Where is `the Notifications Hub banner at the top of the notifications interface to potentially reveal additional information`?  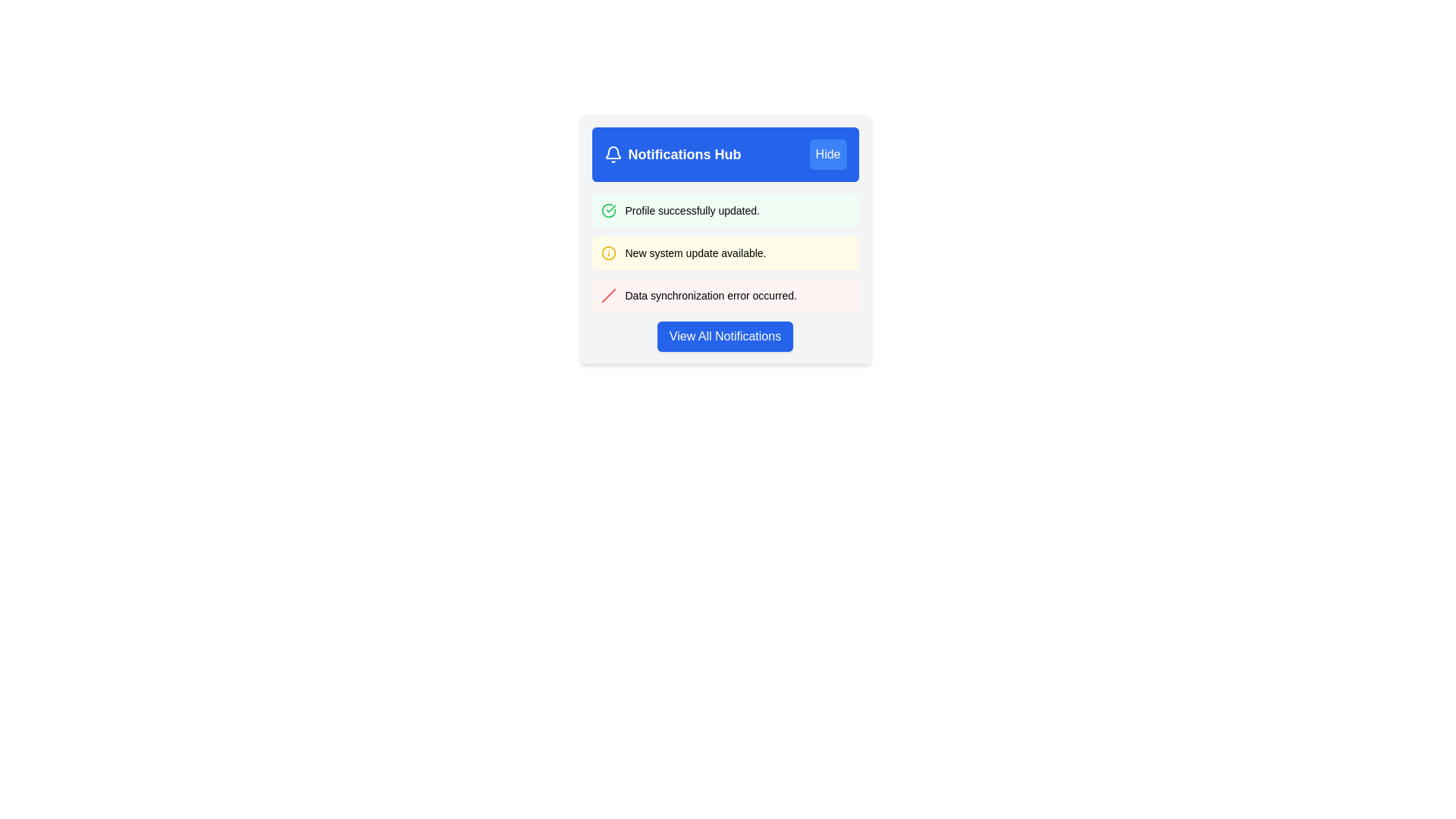 the Notifications Hub banner at the top of the notifications interface to potentially reveal additional information is located at coordinates (724, 155).